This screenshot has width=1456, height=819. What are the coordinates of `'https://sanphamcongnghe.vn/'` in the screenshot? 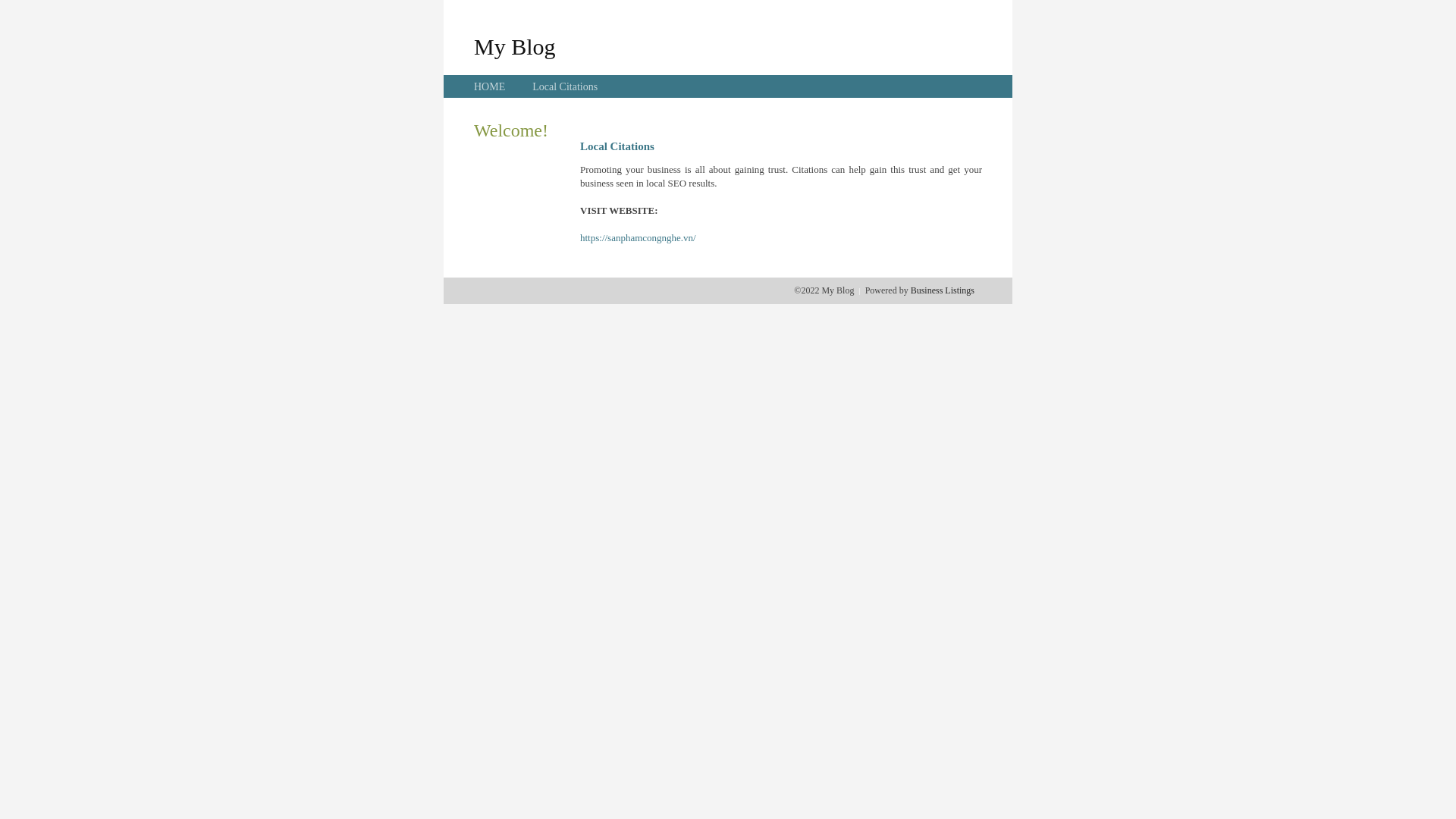 It's located at (579, 237).